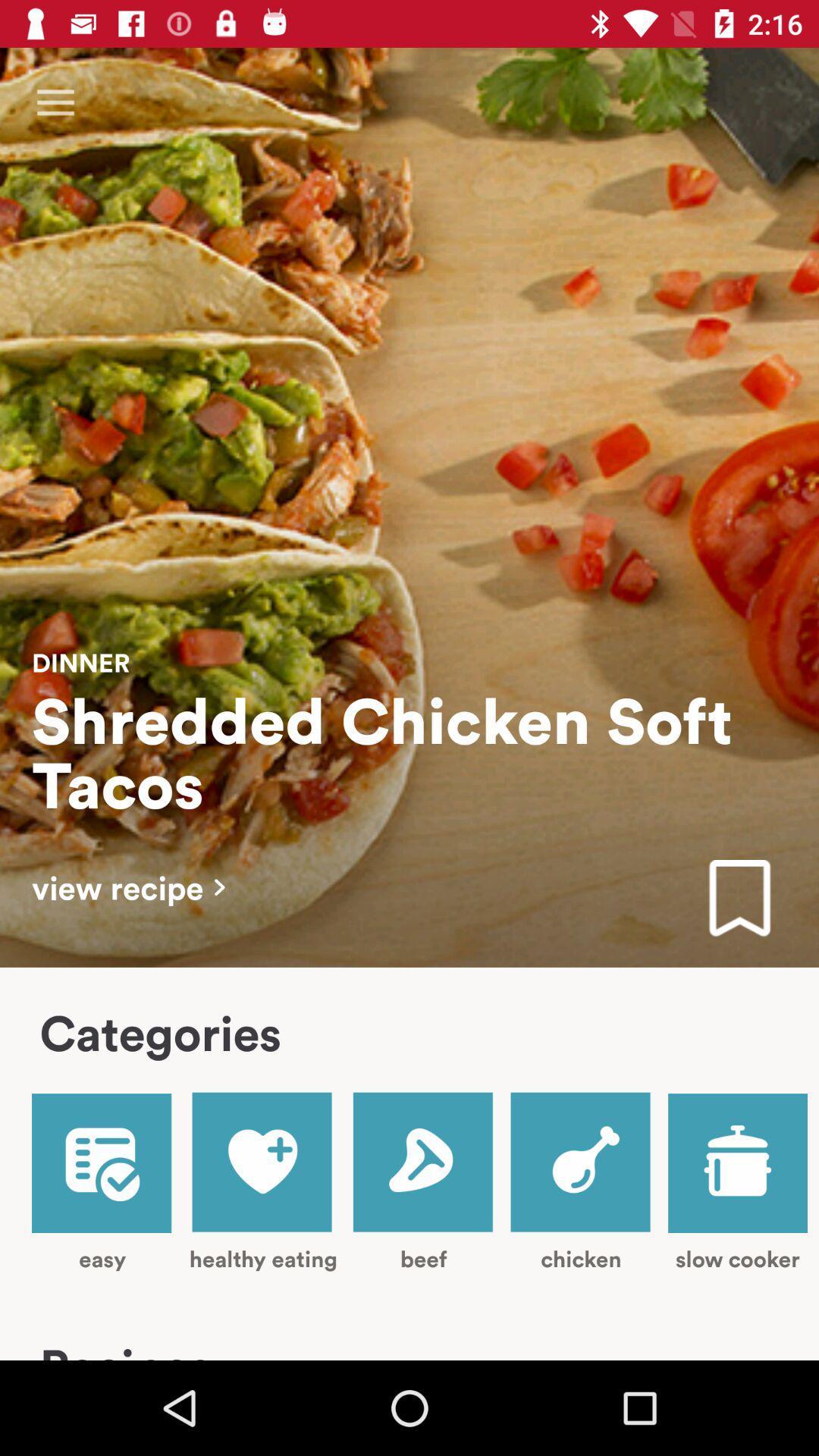 This screenshot has height=1456, width=819. I want to click on the item next to chicken item, so click(737, 1182).